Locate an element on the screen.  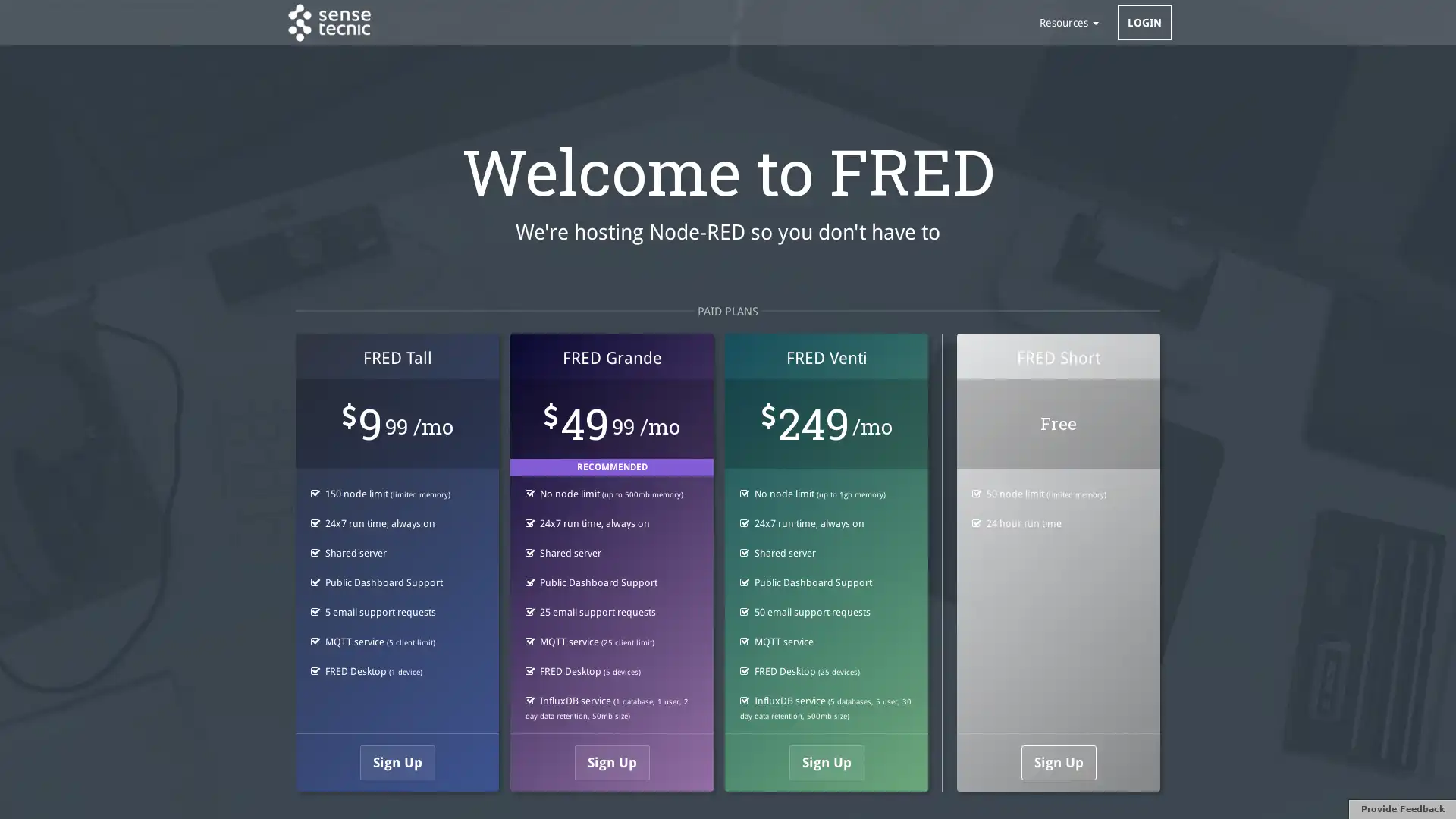
Sign Up is located at coordinates (825, 762).